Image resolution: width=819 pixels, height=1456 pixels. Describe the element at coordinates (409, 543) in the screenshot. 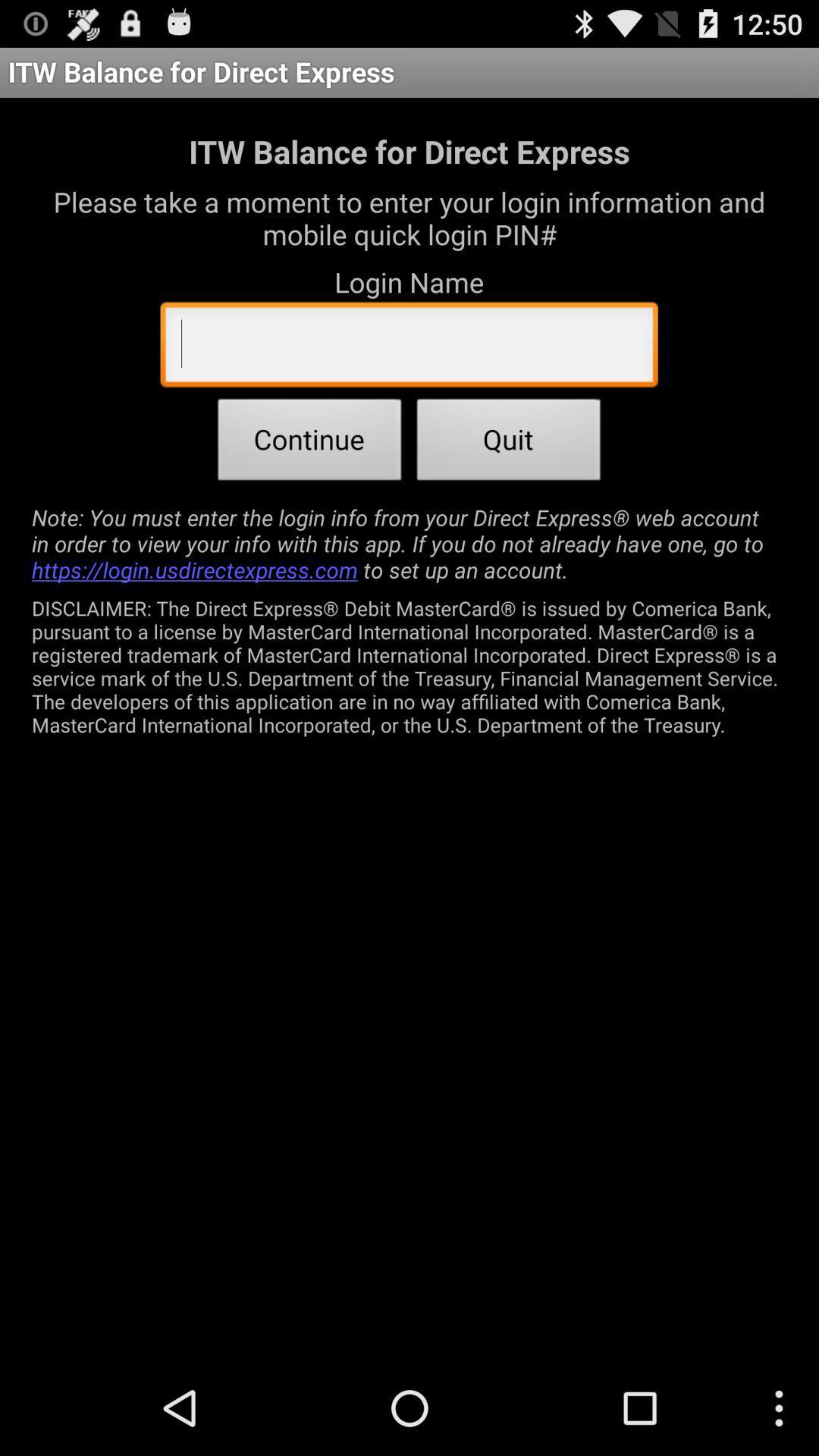

I see `note you must item` at that location.